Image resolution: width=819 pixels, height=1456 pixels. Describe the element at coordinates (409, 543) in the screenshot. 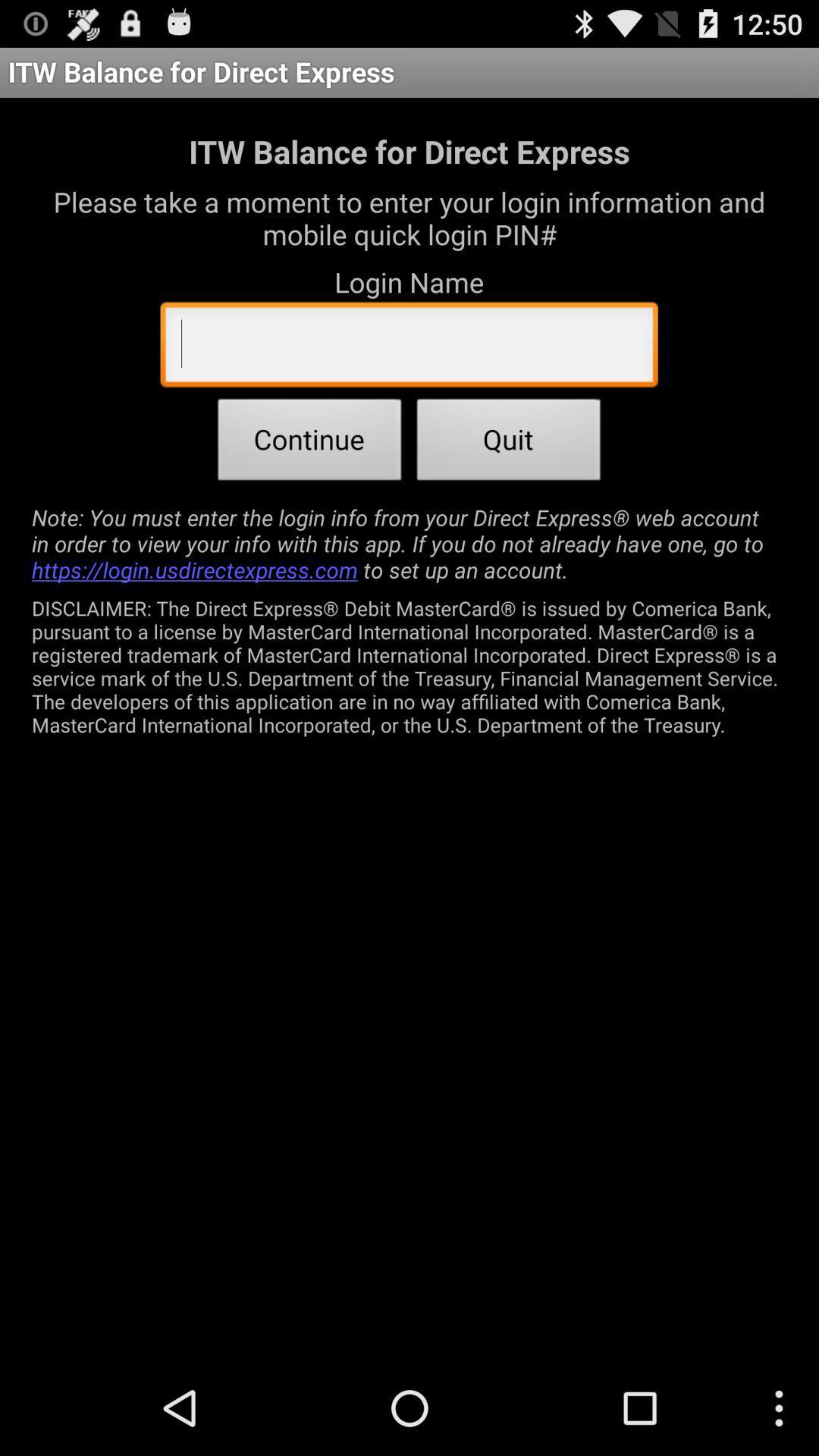

I see `note you must item` at that location.